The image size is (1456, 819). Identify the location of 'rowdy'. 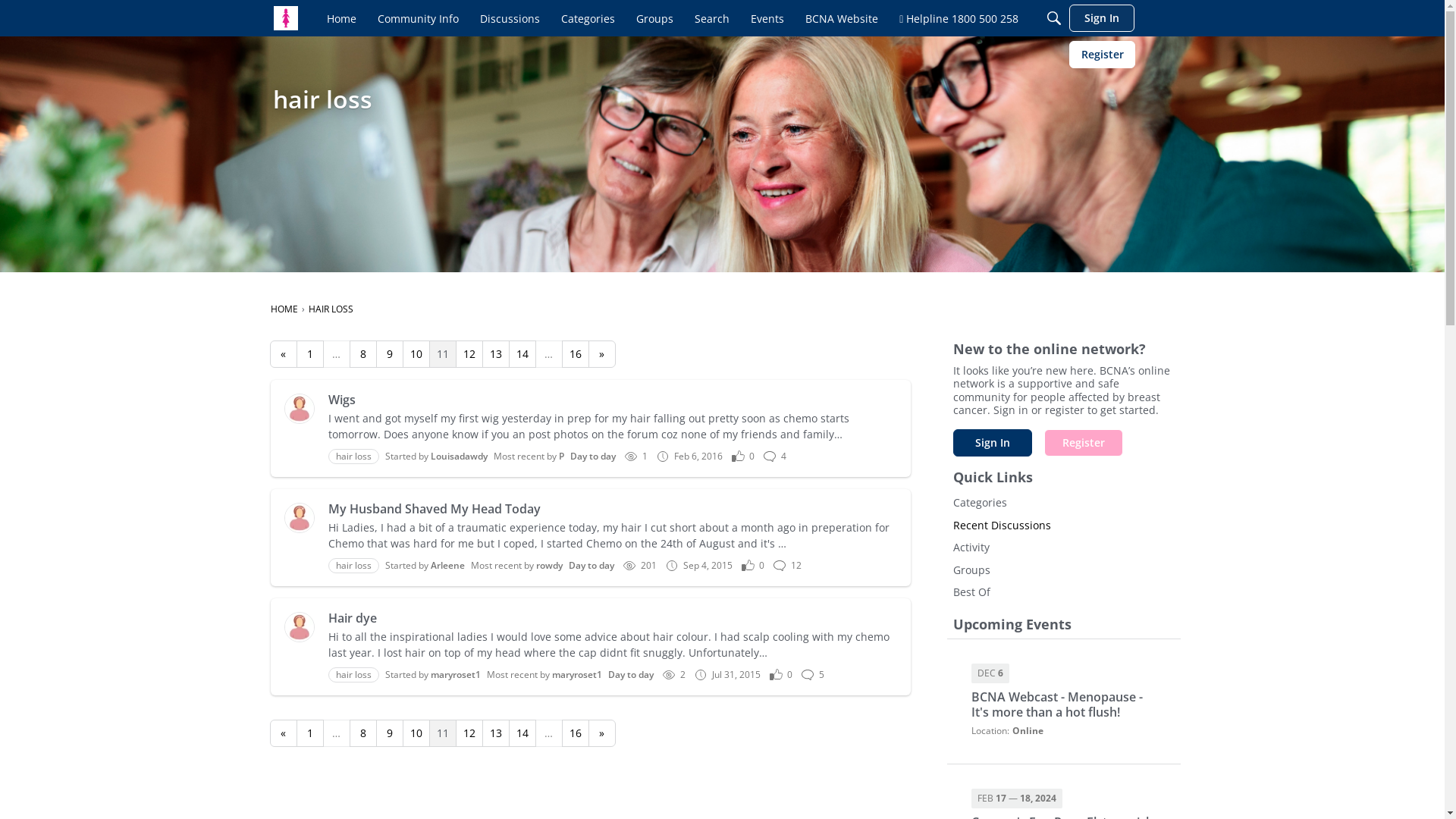
(548, 565).